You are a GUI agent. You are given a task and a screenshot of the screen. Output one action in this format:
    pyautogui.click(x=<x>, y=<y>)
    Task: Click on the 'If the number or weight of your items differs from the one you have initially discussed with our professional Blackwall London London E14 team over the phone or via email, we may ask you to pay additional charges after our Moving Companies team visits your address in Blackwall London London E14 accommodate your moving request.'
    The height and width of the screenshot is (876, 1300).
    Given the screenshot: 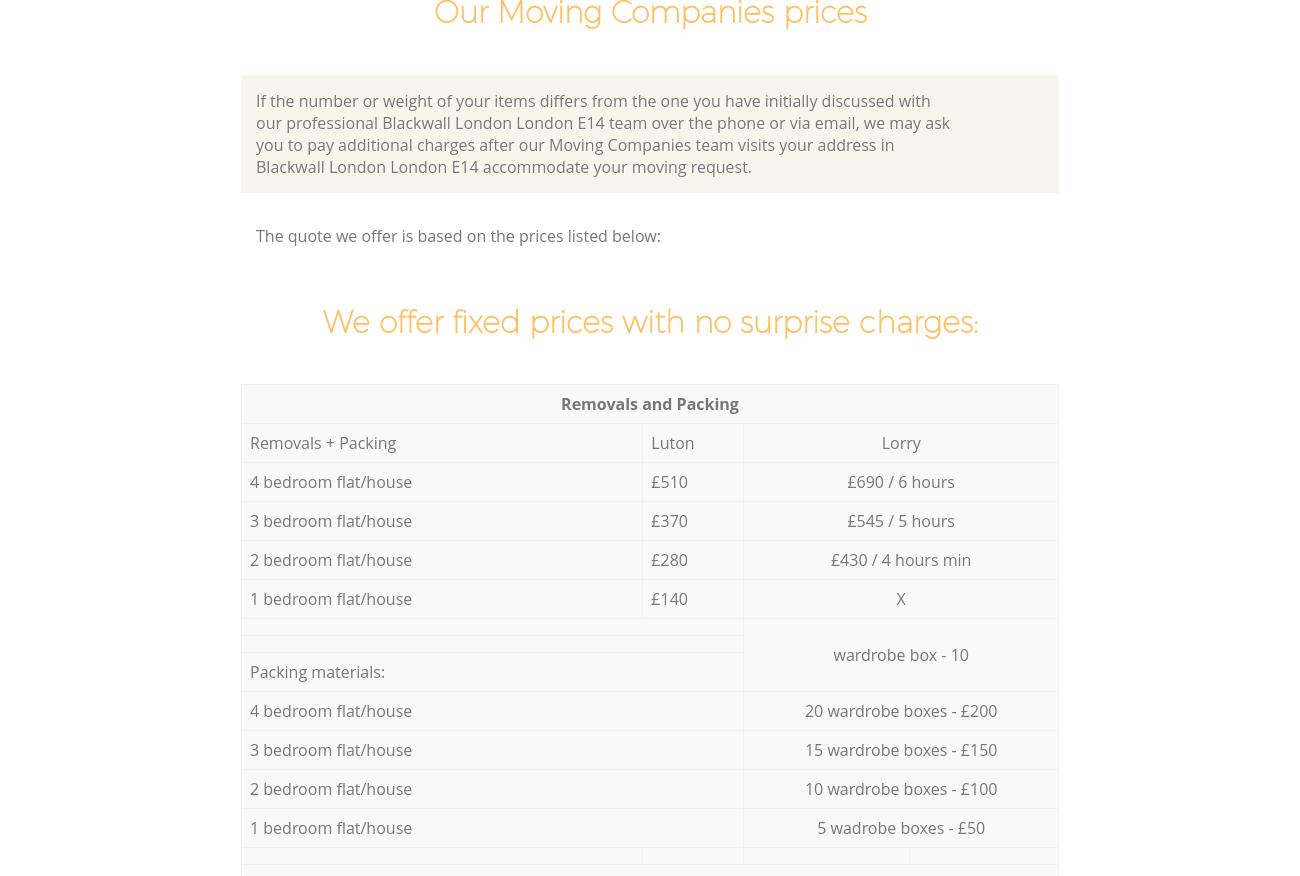 What is the action you would take?
    pyautogui.click(x=254, y=131)
    